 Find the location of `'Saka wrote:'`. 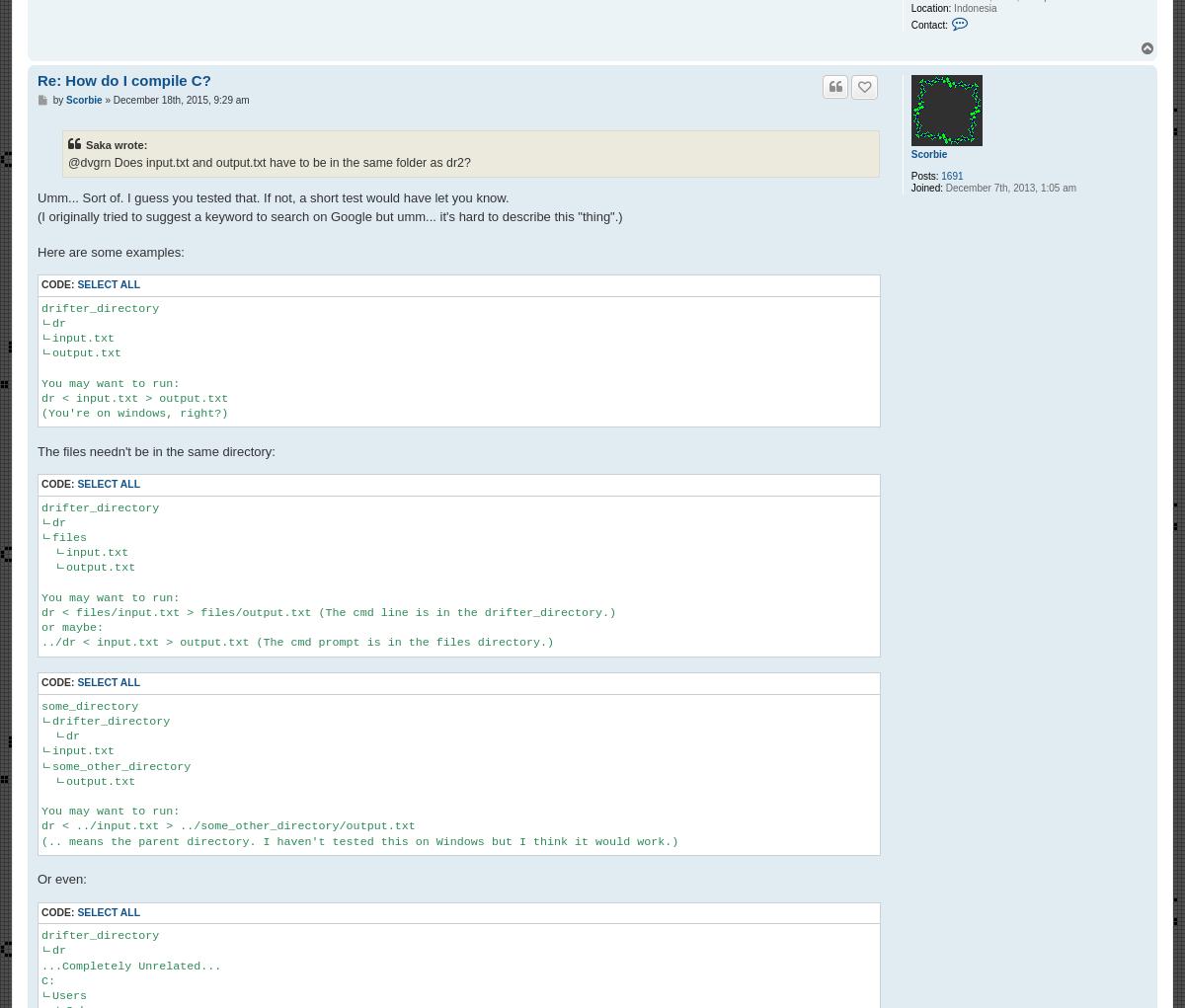

'Saka wrote:' is located at coordinates (86, 144).